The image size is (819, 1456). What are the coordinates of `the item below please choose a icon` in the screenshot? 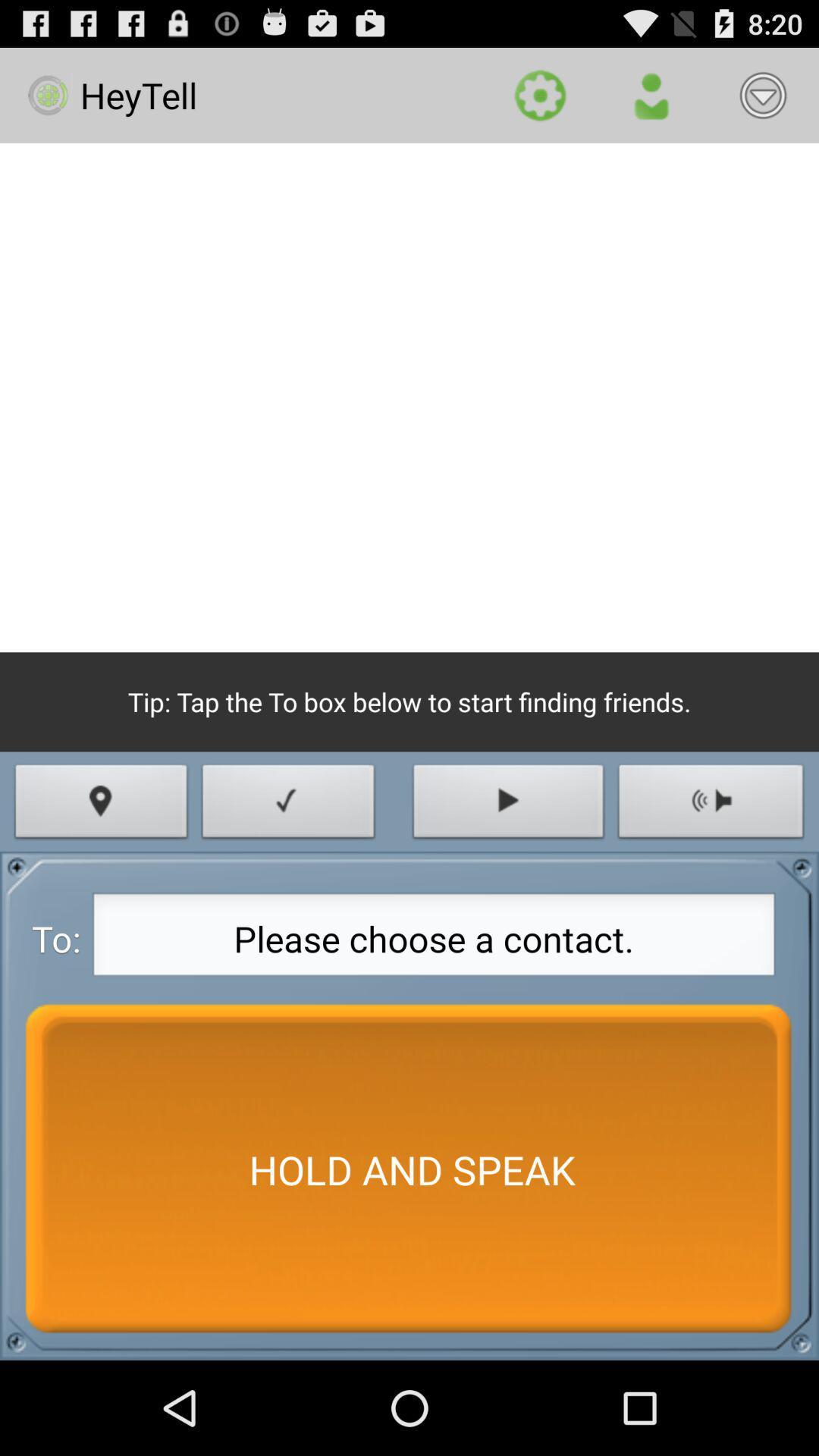 It's located at (409, 1169).